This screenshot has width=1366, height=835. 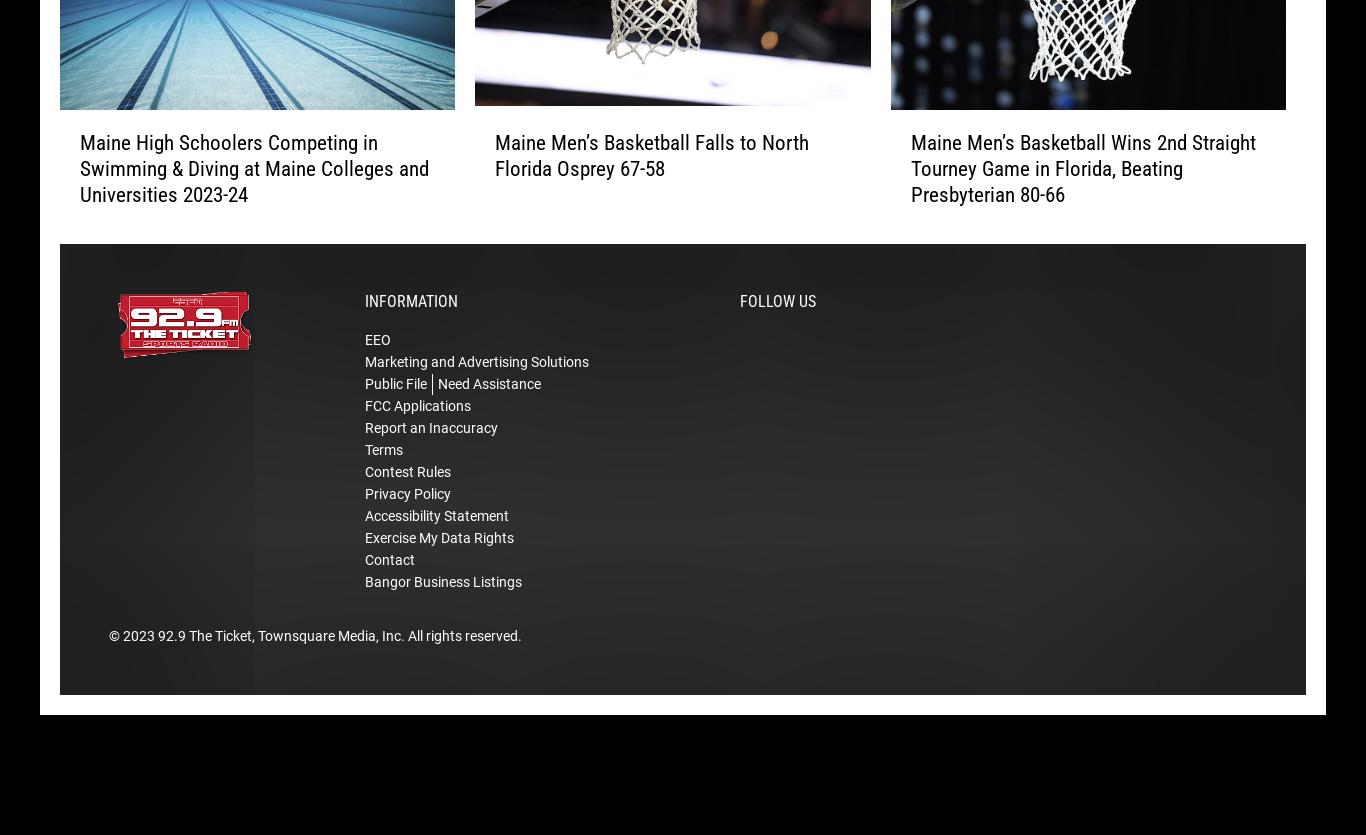 What do you see at coordinates (489, 414) in the screenshot?
I see `'Need Assistance'` at bounding box center [489, 414].